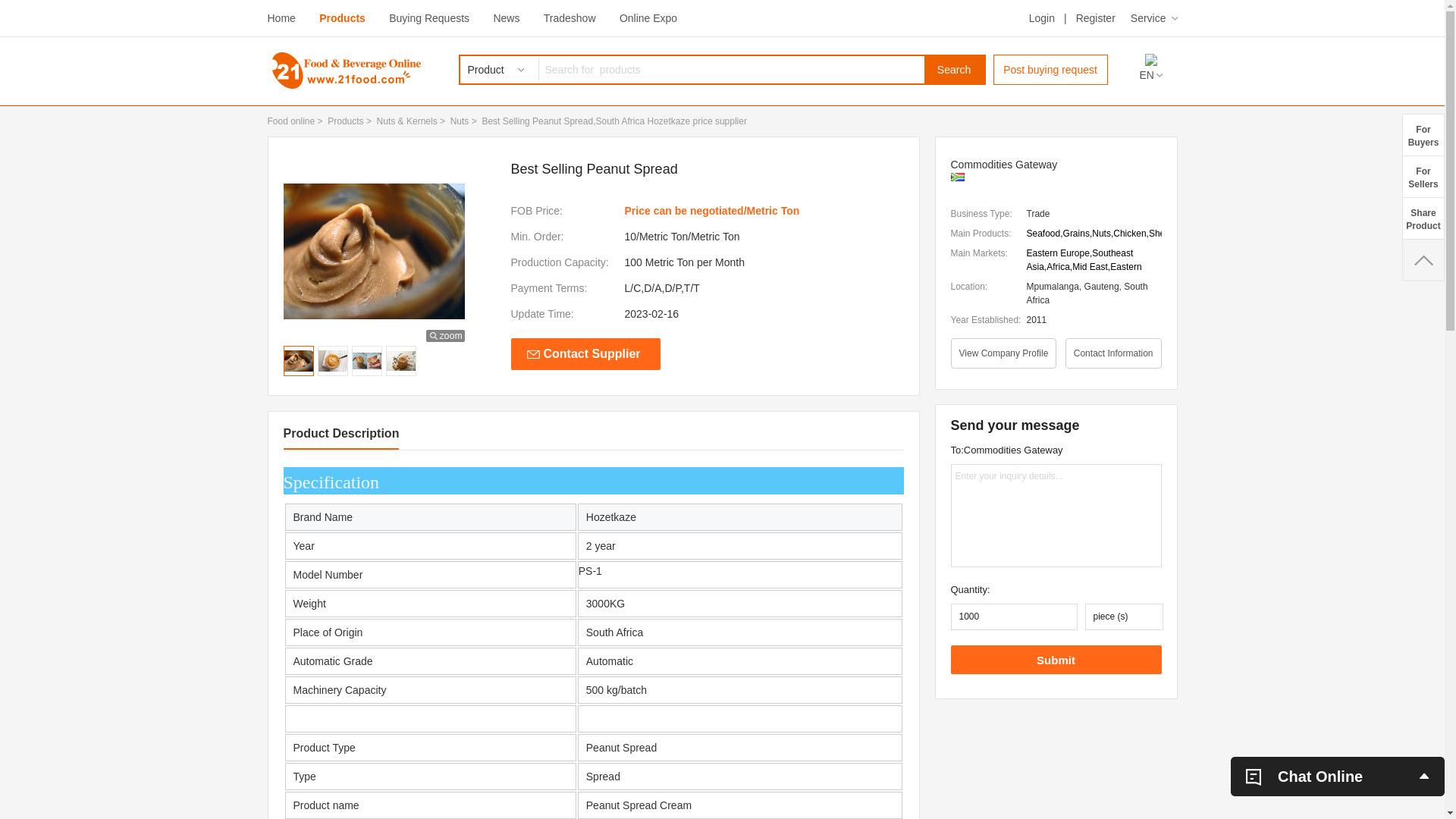  I want to click on 'Buying Requests', so click(428, 17).